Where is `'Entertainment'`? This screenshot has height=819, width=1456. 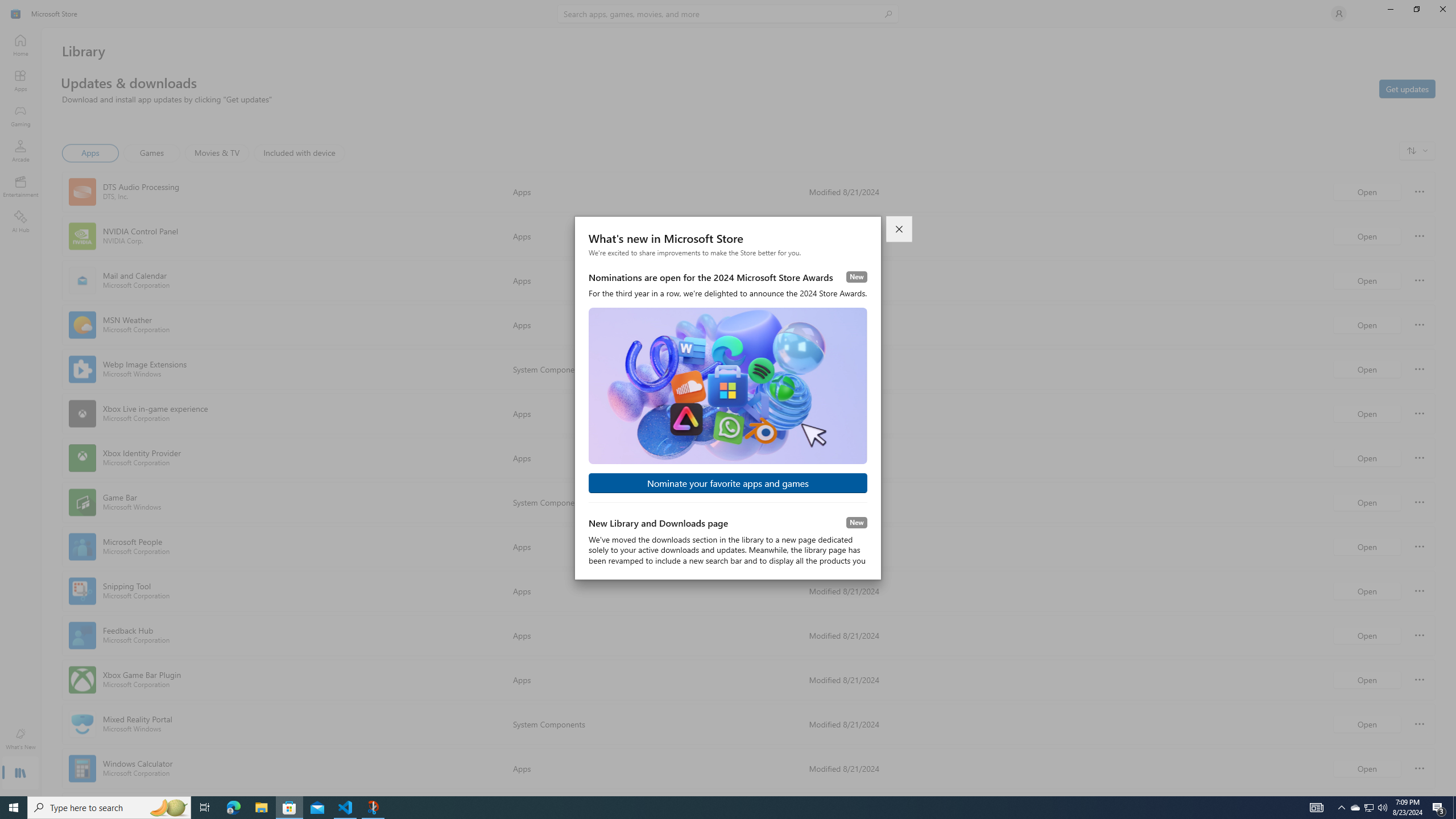 'Entertainment' is located at coordinates (19, 185).